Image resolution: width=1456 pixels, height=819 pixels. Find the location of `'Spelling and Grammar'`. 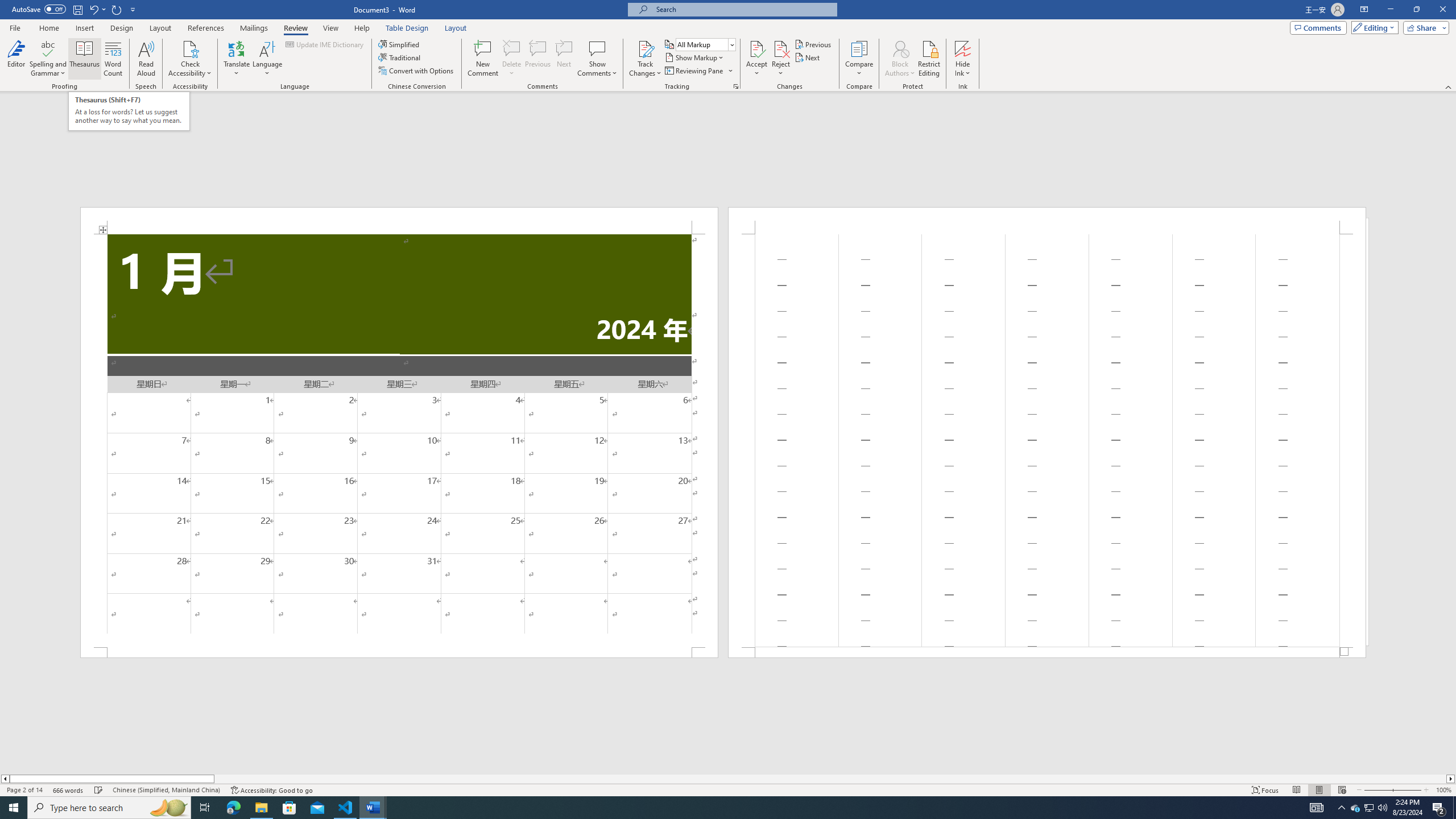

'Spelling and Grammar' is located at coordinates (48, 48).